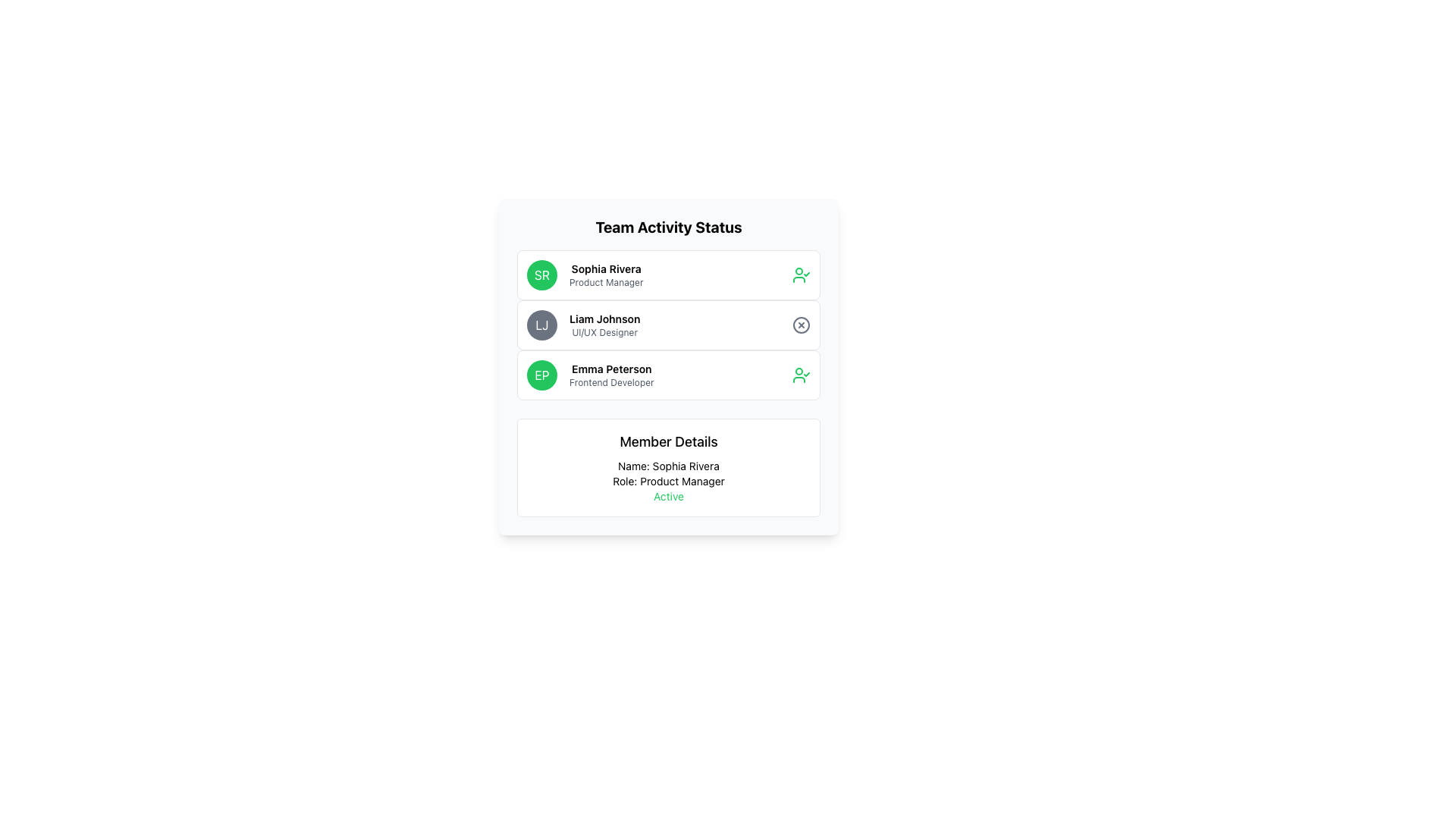  Describe the element at coordinates (668, 375) in the screenshot. I see `the interactive card displaying the name, role, and status of team member 'Emma Peterson' within the 'Team Activity Status' list for additional menu options` at that location.